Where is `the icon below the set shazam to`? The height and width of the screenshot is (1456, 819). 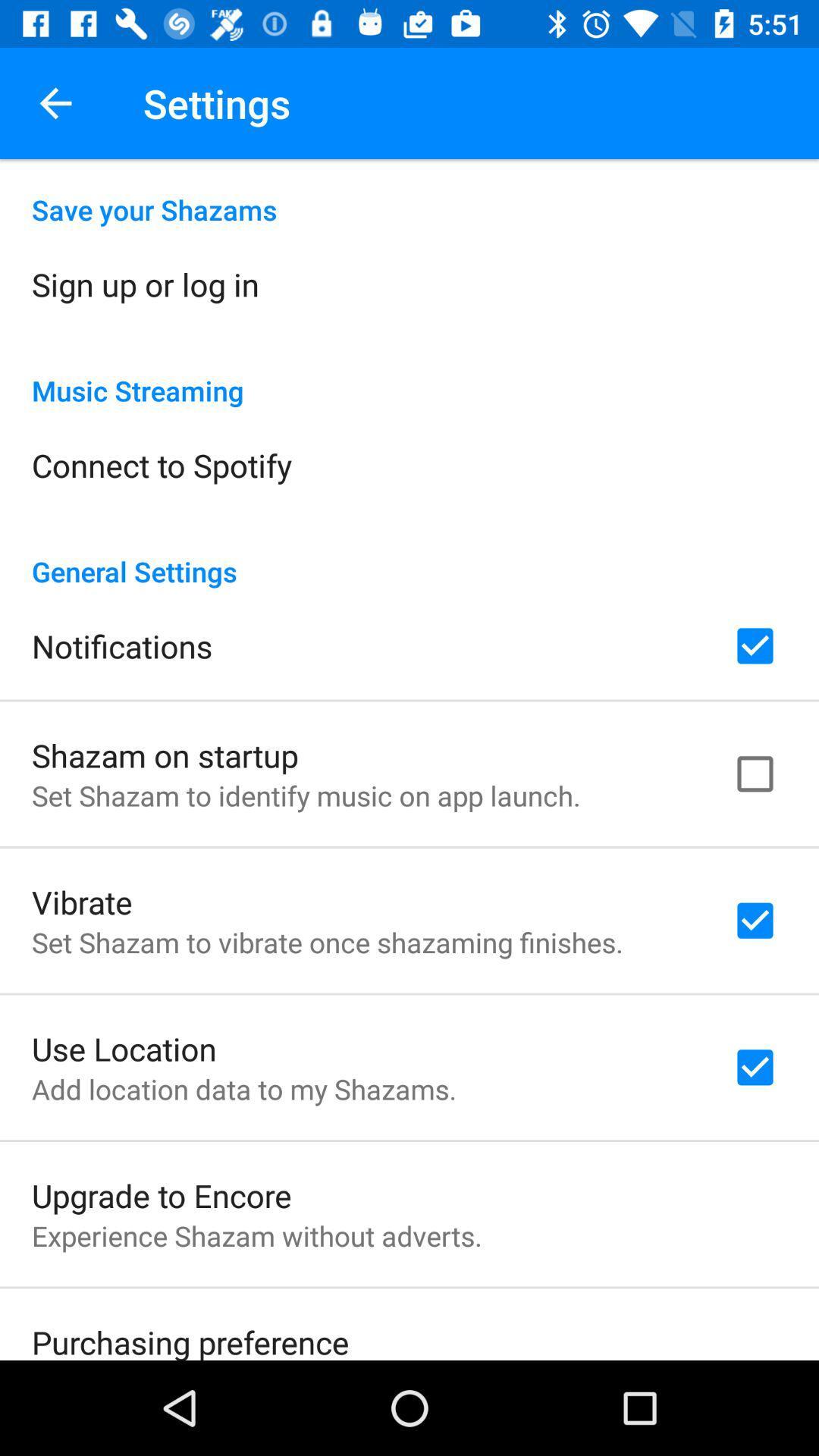 the icon below the set shazam to is located at coordinates (123, 1047).